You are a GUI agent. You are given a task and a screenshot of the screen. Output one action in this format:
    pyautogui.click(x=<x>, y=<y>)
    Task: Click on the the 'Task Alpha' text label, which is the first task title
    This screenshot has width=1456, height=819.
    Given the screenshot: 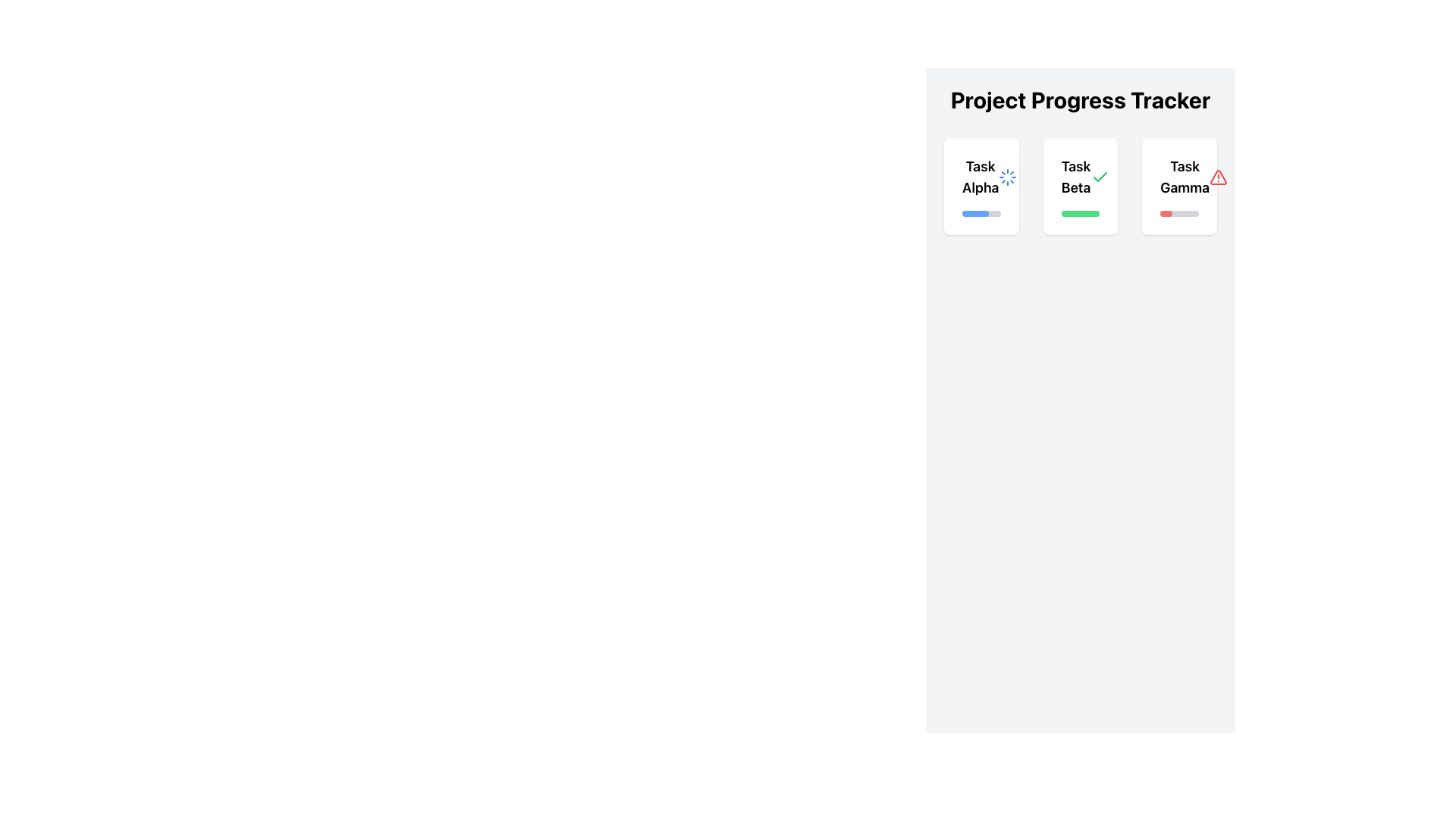 What is the action you would take?
    pyautogui.click(x=980, y=177)
    